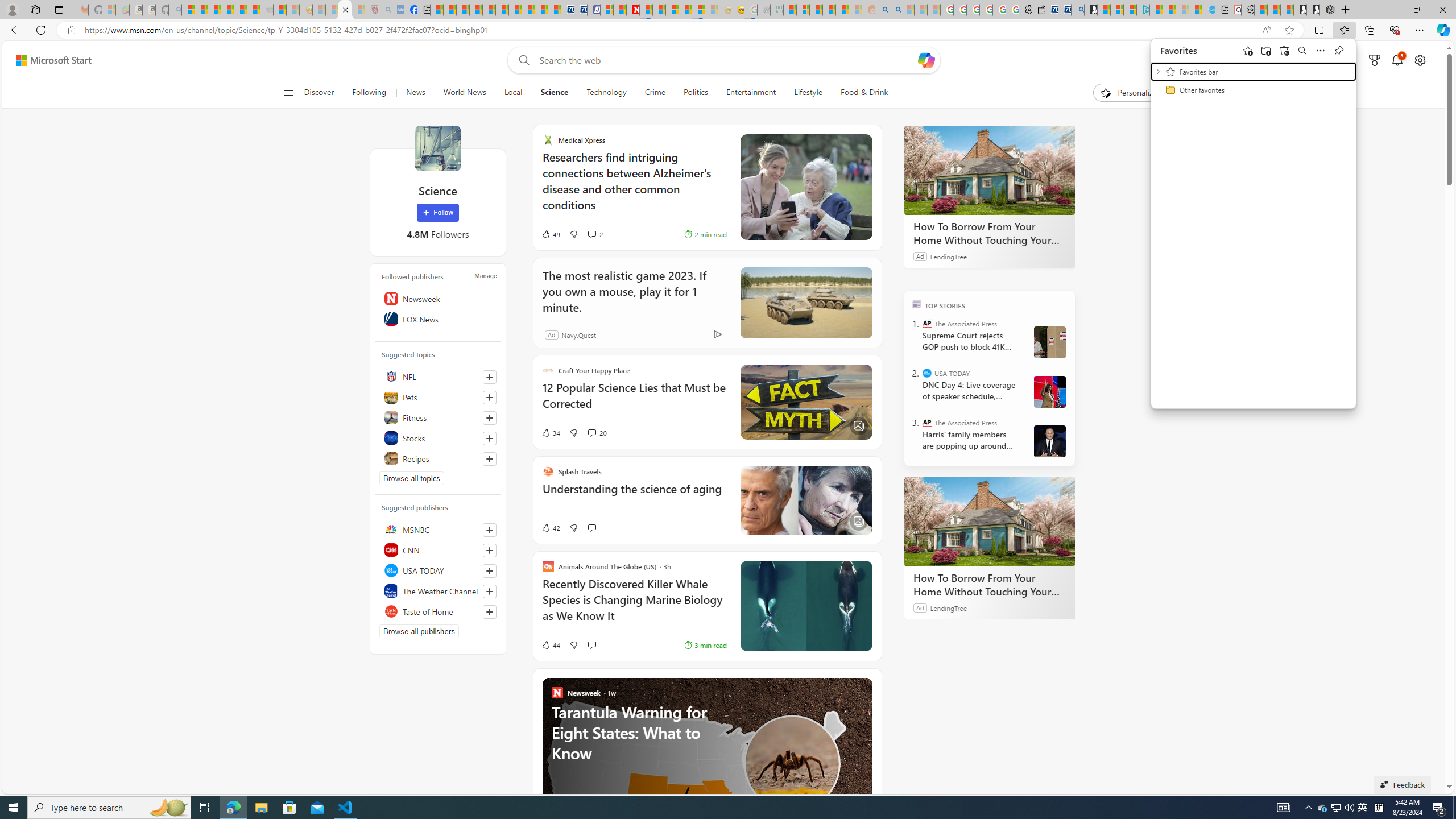 Image resolution: width=1456 pixels, height=819 pixels. What do you see at coordinates (1283, 806) in the screenshot?
I see `'AutomationID: 4105'` at bounding box center [1283, 806].